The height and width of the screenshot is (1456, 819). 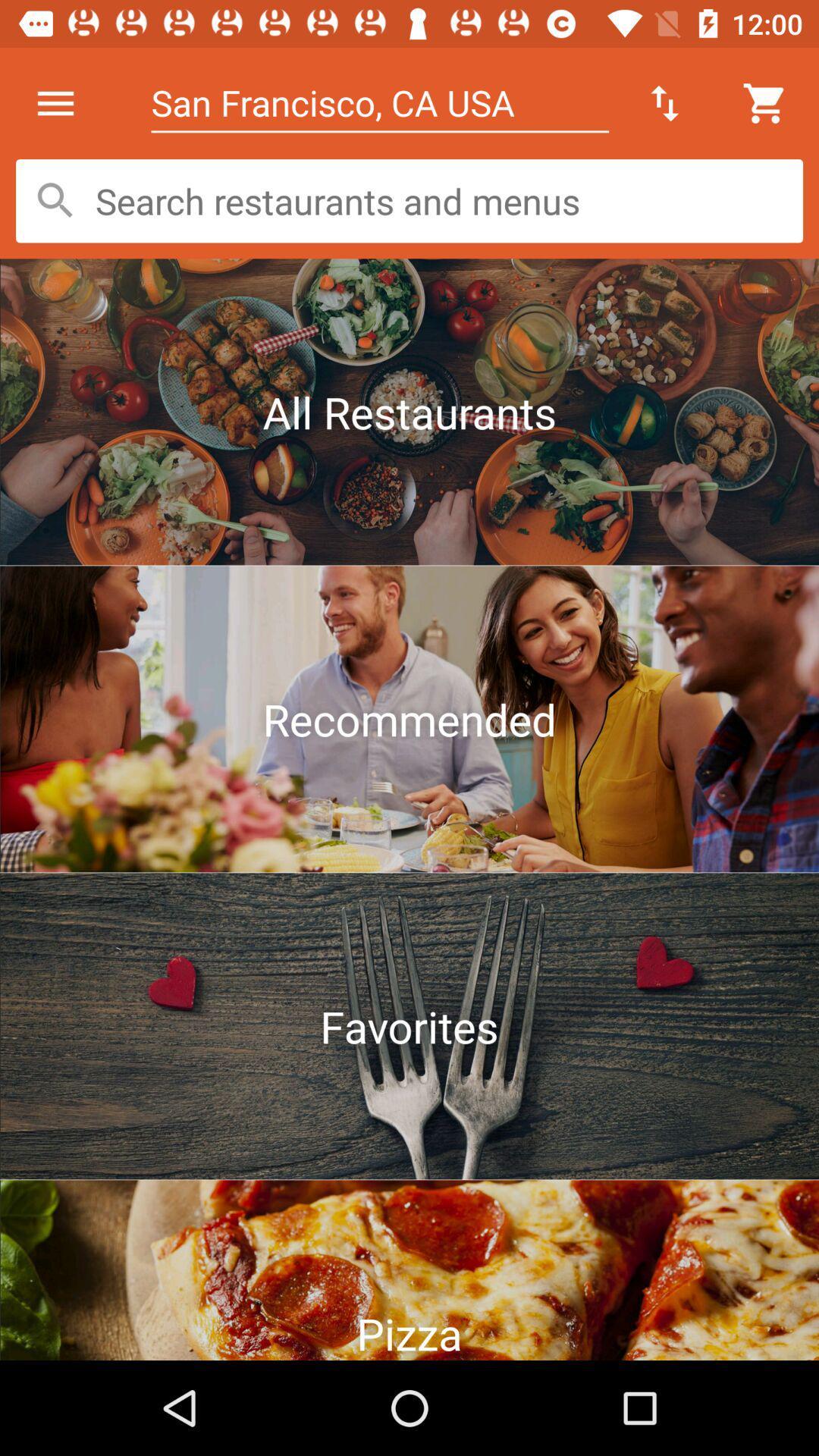 I want to click on the restaurants and menus to search, so click(x=409, y=200).